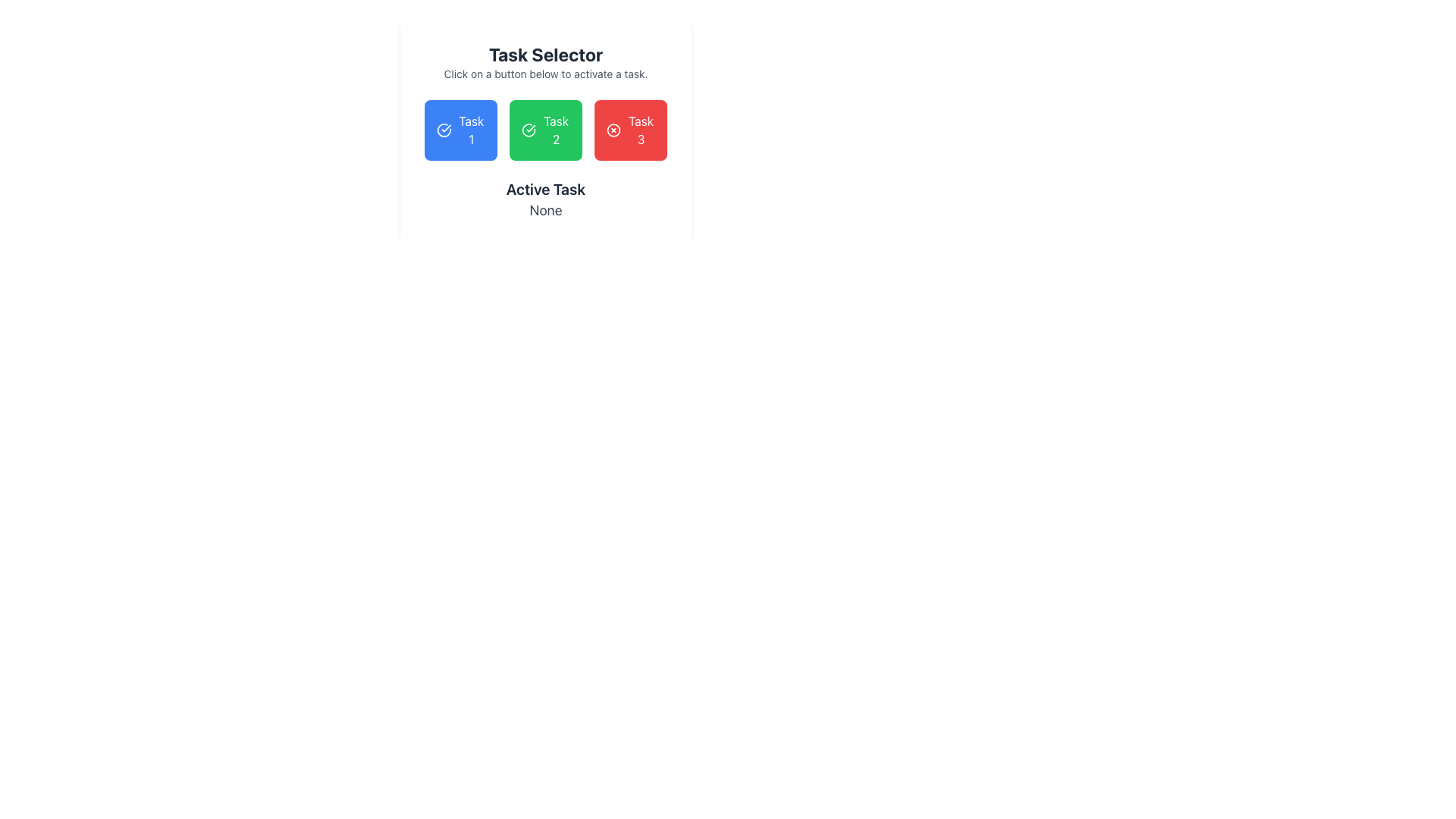 The image size is (1456, 819). What do you see at coordinates (630, 130) in the screenshot?
I see `the button for 'Task 3' located at the far right of the task selector group for accessibility purposes` at bounding box center [630, 130].